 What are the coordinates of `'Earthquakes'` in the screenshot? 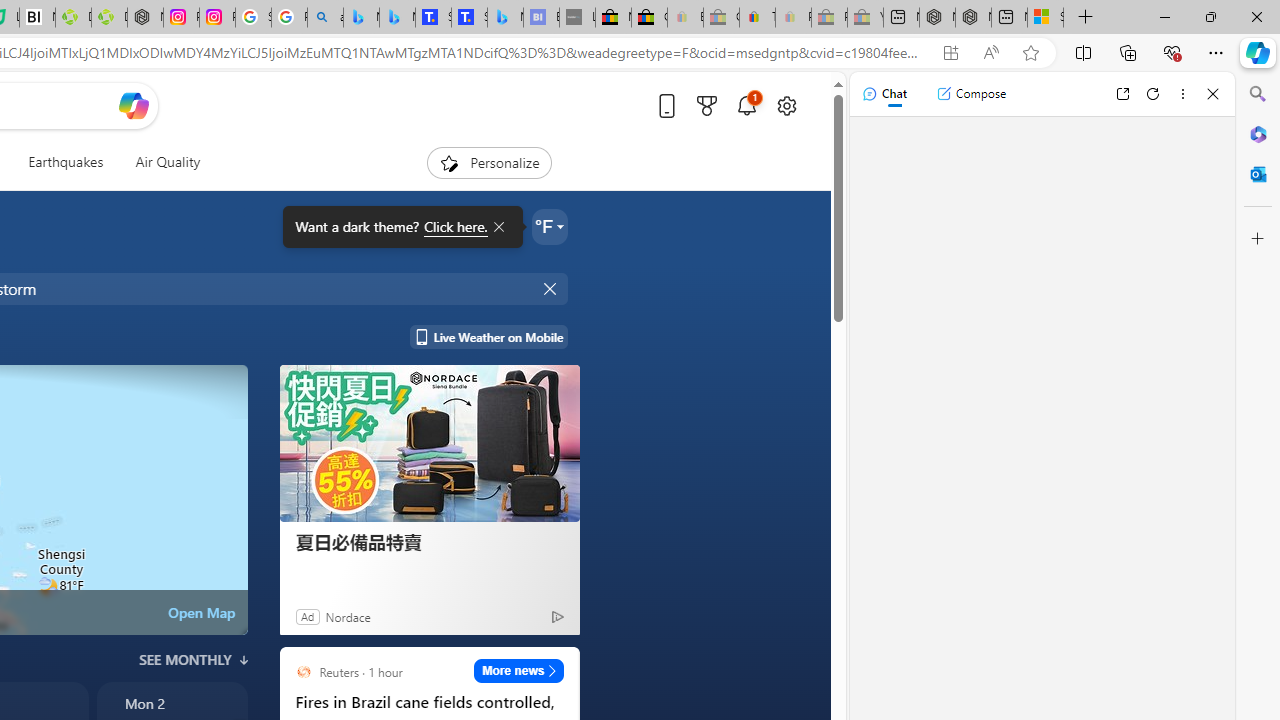 It's located at (65, 162).